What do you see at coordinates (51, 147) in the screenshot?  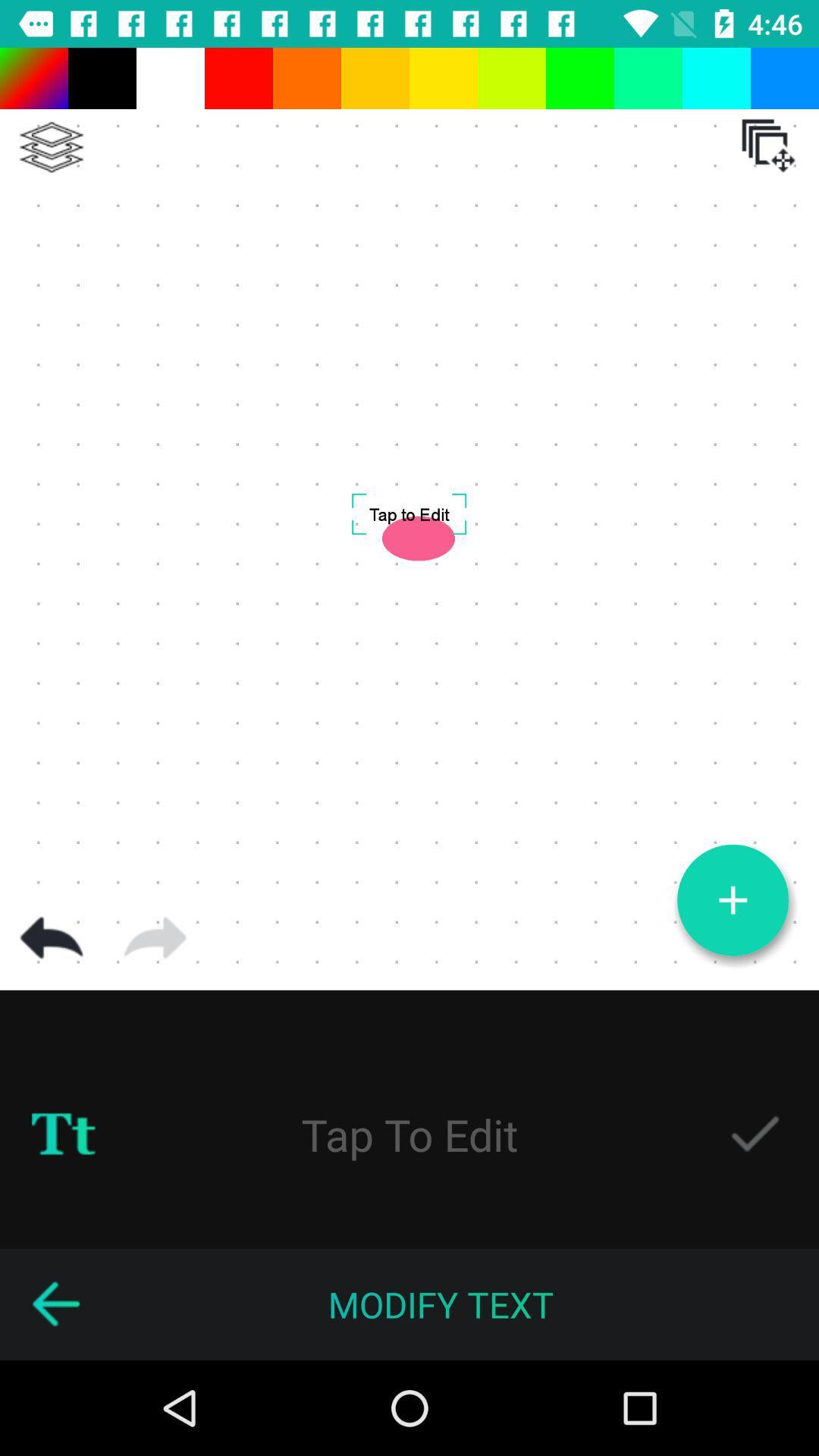 I see `compile option` at bounding box center [51, 147].